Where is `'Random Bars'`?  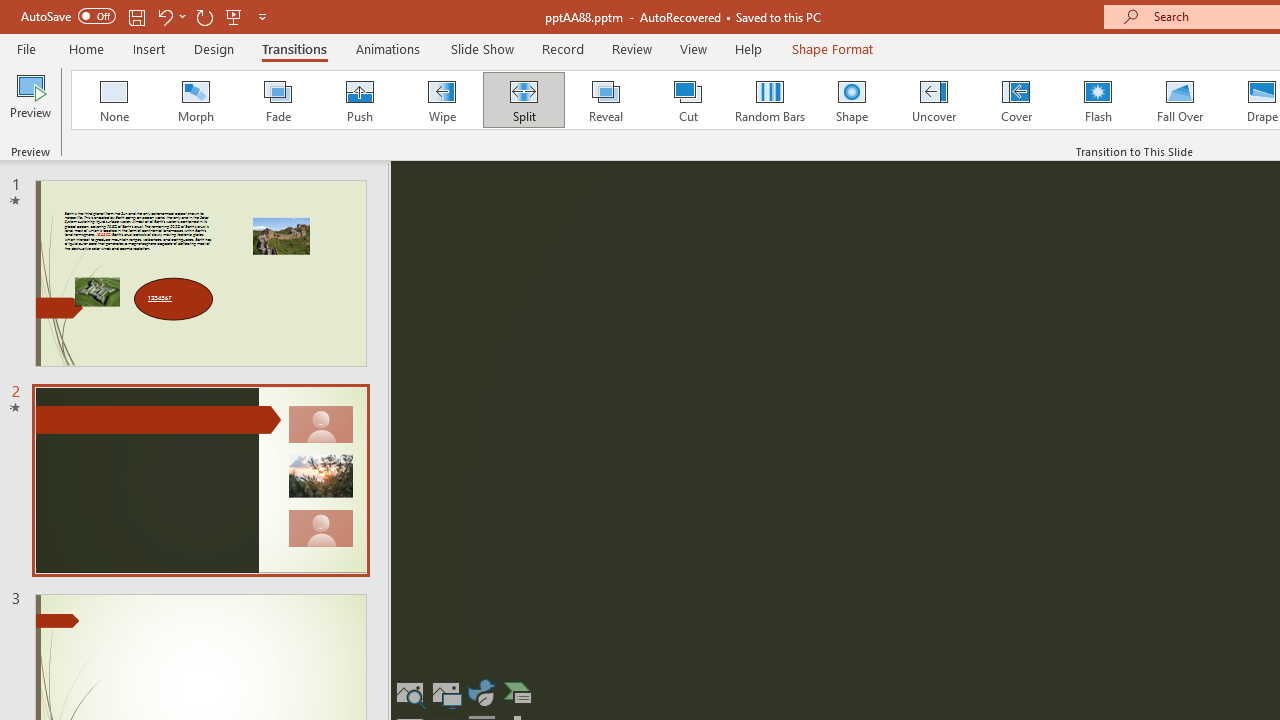 'Random Bars' is located at coordinates (769, 100).